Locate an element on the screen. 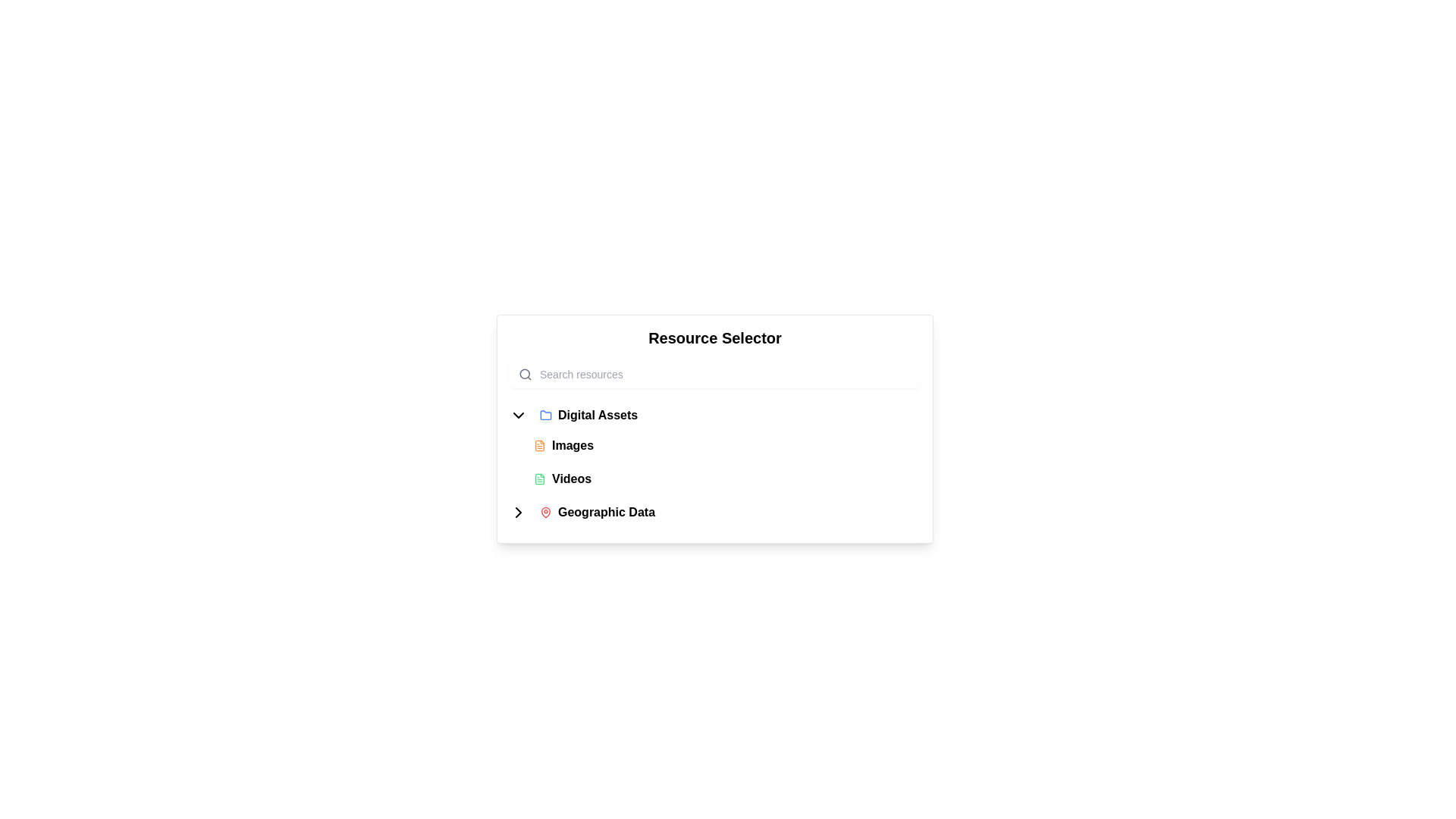  the 'Resource Selector' text label which serves as a header for the subsection below it, indicating its purpose as a title is located at coordinates (714, 337).